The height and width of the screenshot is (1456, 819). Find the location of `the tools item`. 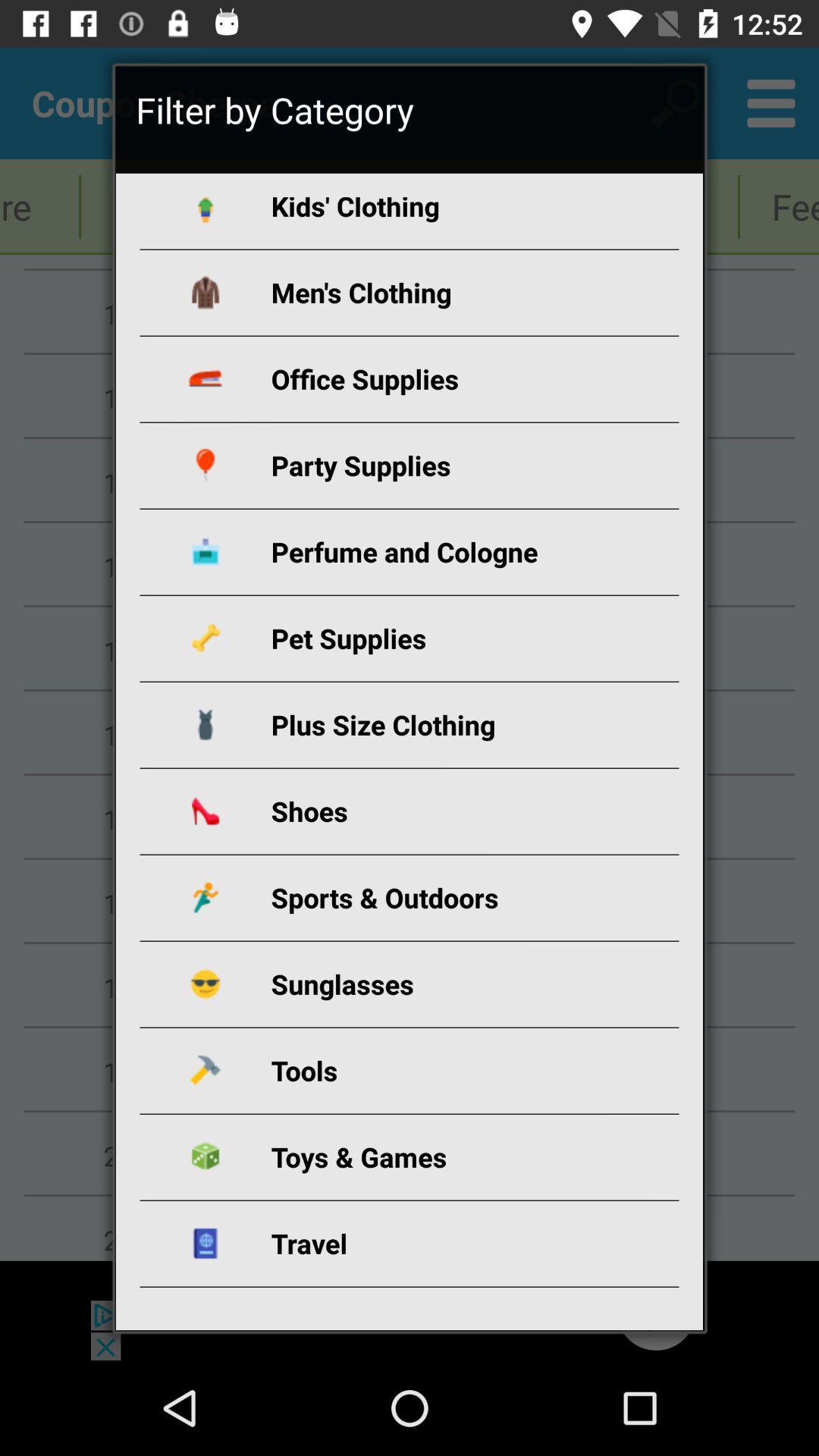

the tools item is located at coordinates (427, 1069).